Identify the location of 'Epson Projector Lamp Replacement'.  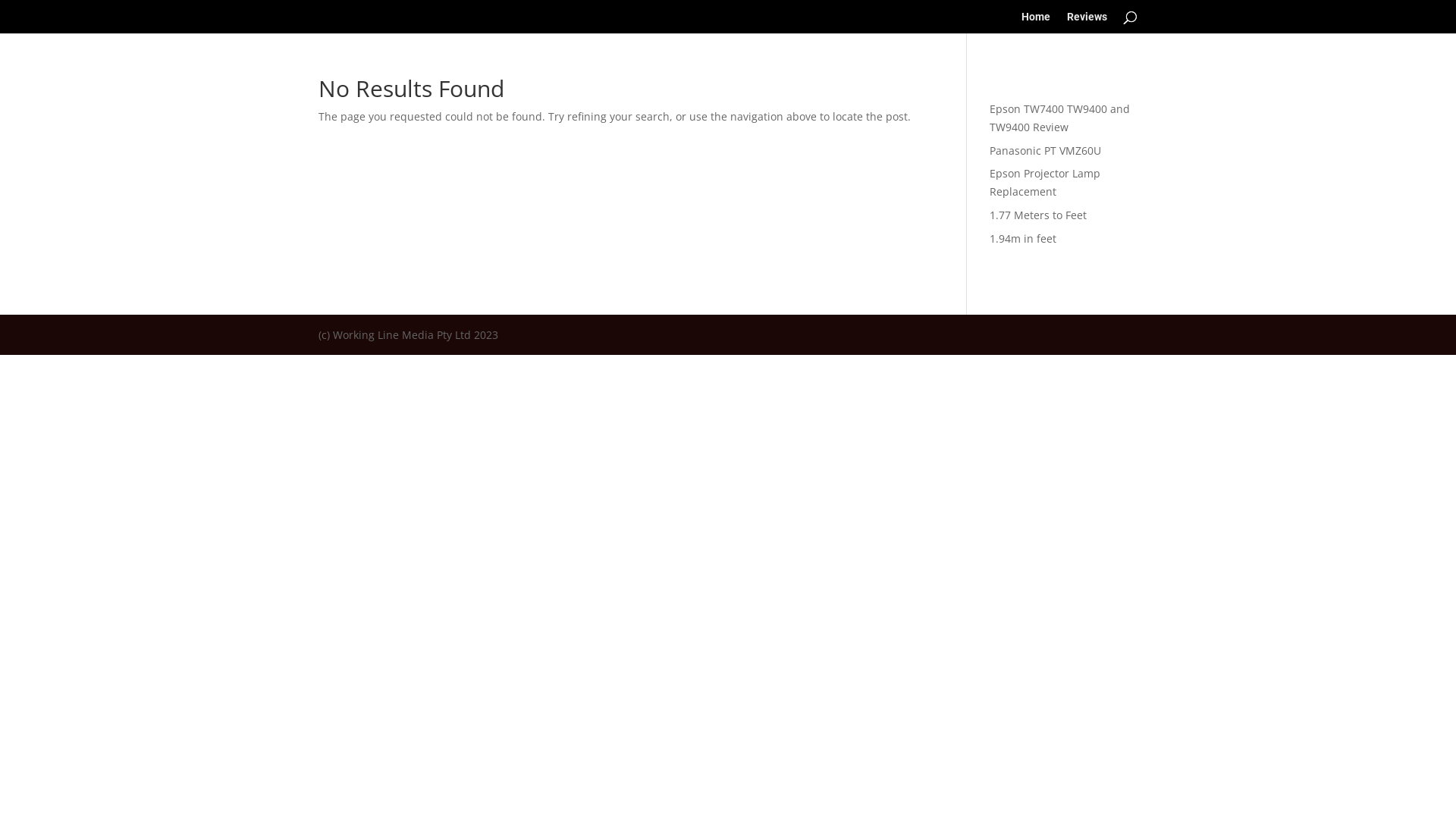
(1043, 181).